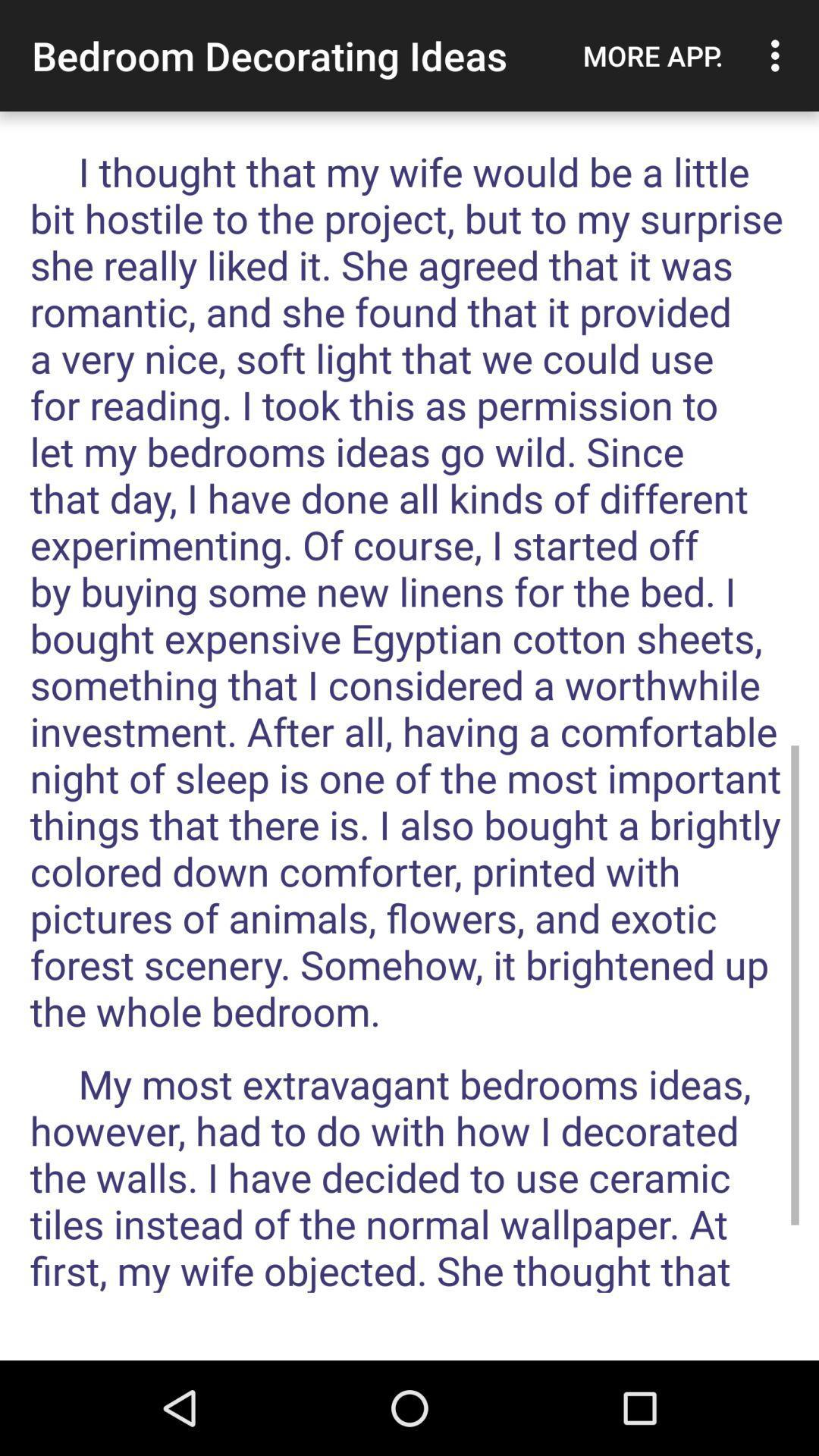 Image resolution: width=819 pixels, height=1456 pixels. Describe the element at coordinates (779, 55) in the screenshot. I see `item to the right of the more app.` at that location.